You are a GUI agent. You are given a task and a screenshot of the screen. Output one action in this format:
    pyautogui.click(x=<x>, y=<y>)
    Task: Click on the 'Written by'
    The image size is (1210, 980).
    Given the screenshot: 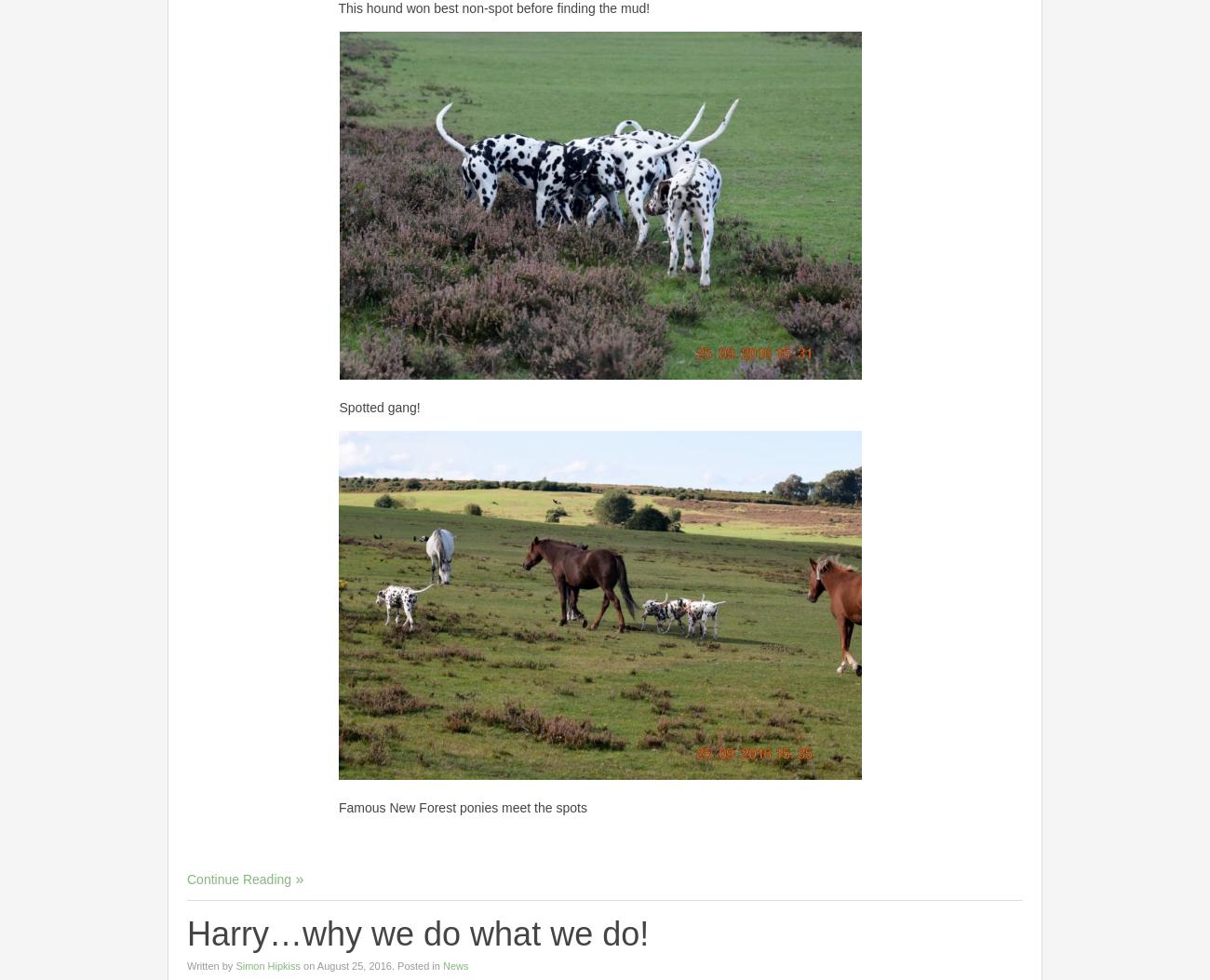 What is the action you would take?
    pyautogui.click(x=209, y=963)
    